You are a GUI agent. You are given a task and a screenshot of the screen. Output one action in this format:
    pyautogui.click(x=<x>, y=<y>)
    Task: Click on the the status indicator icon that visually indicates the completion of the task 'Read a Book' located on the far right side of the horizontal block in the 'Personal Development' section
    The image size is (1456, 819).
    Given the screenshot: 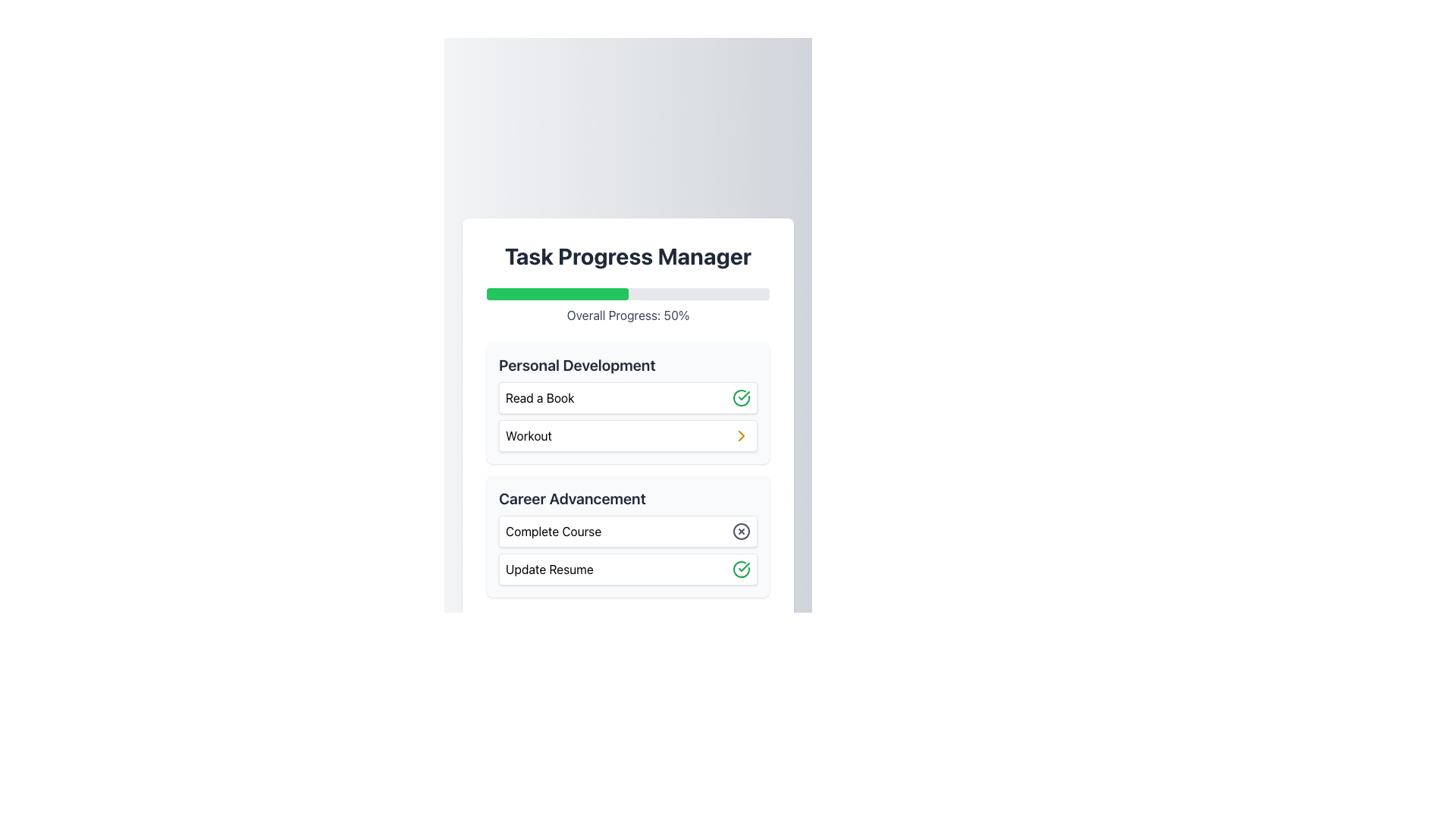 What is the action you would take?
    pyautogui.click(x=742, y=397)
    